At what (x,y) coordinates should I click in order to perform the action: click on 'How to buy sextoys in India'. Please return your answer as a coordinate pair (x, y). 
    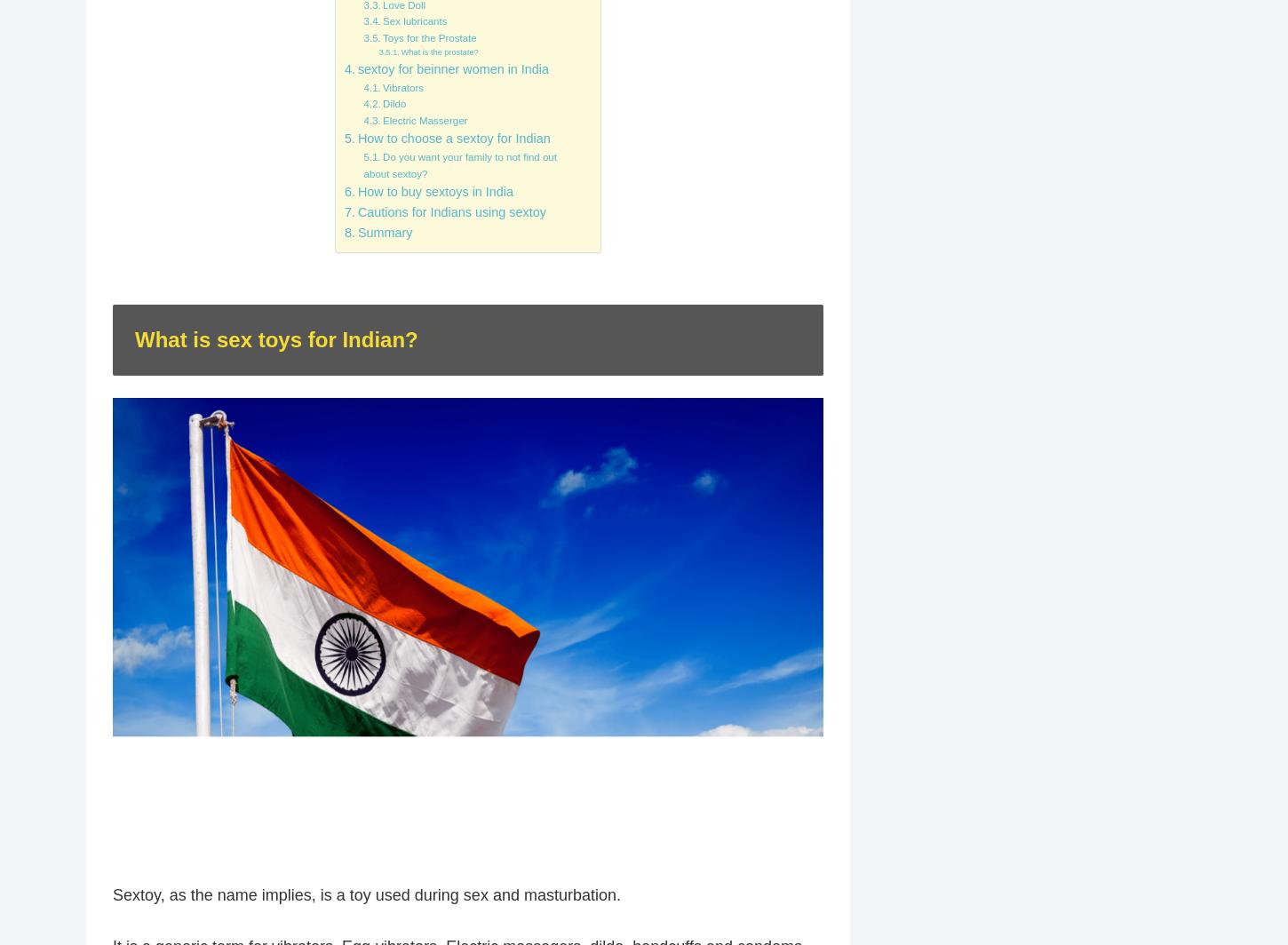
    Looking at the image, I should click on (355, 191).